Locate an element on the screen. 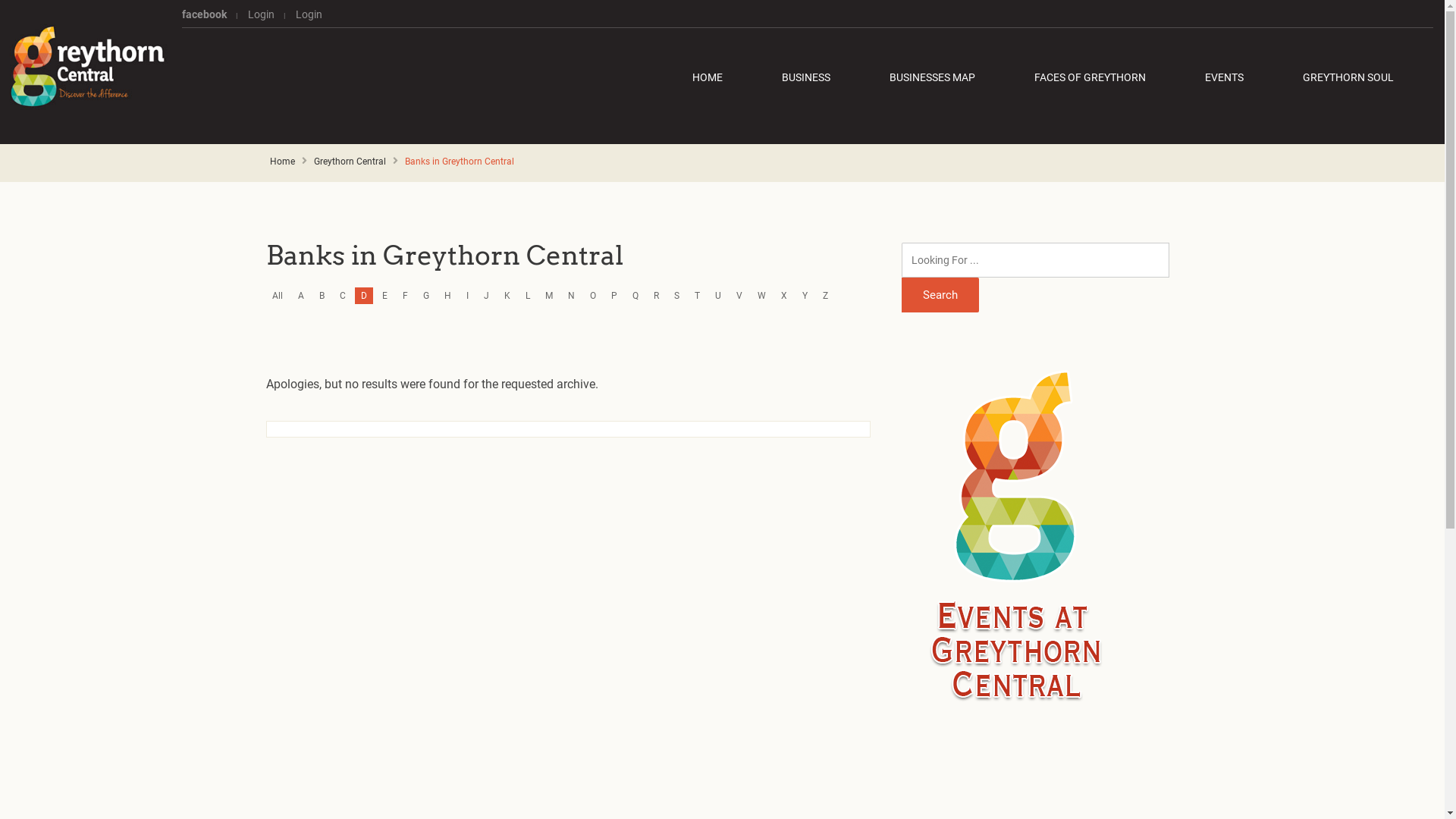 The image size is (1456, 819). 'S' is located at coordinates (676, 295).